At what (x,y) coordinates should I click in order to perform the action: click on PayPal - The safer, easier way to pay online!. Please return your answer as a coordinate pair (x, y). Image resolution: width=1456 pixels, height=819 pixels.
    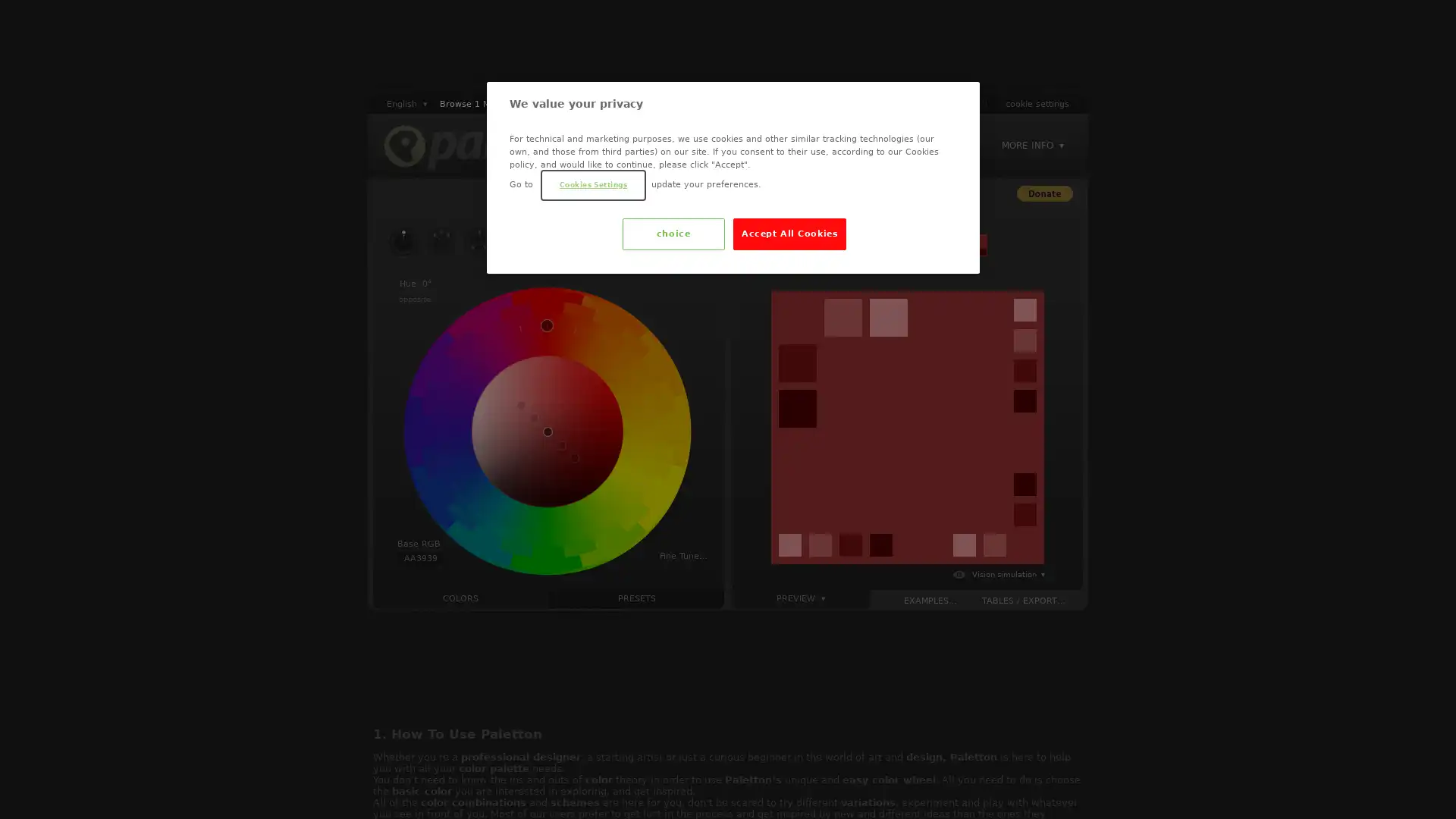
    Looking at the image, I should click on (1043, 193).